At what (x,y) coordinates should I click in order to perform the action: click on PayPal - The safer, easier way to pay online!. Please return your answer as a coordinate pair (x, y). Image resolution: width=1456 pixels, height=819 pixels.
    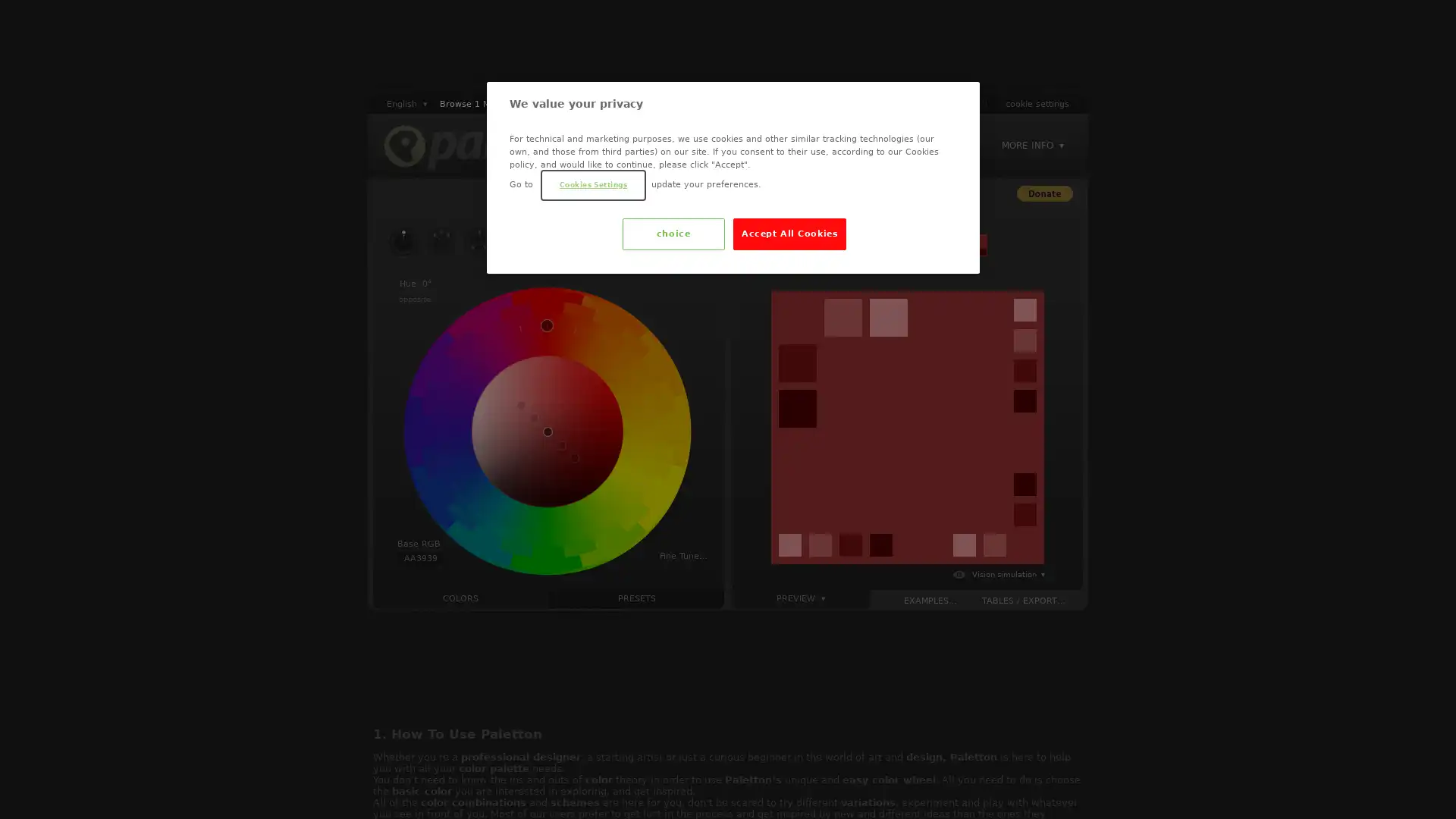
    Looking at the image, I should click on (1043, 193).